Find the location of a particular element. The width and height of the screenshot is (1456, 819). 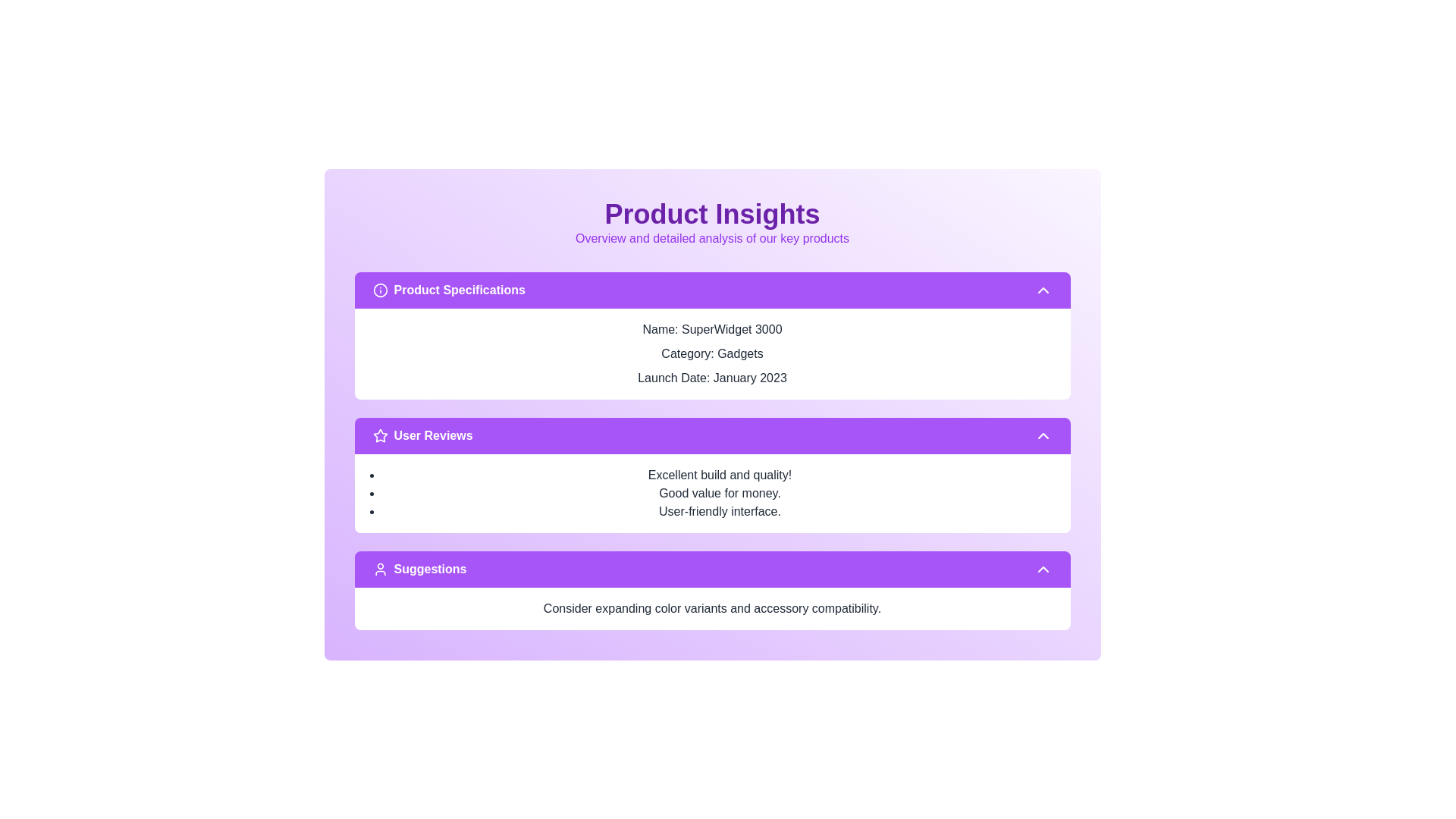

the static text in the third item of the 'User Reviews' section, which conveys user feedback about the product's interface quality is located at coordinates (719, 512).